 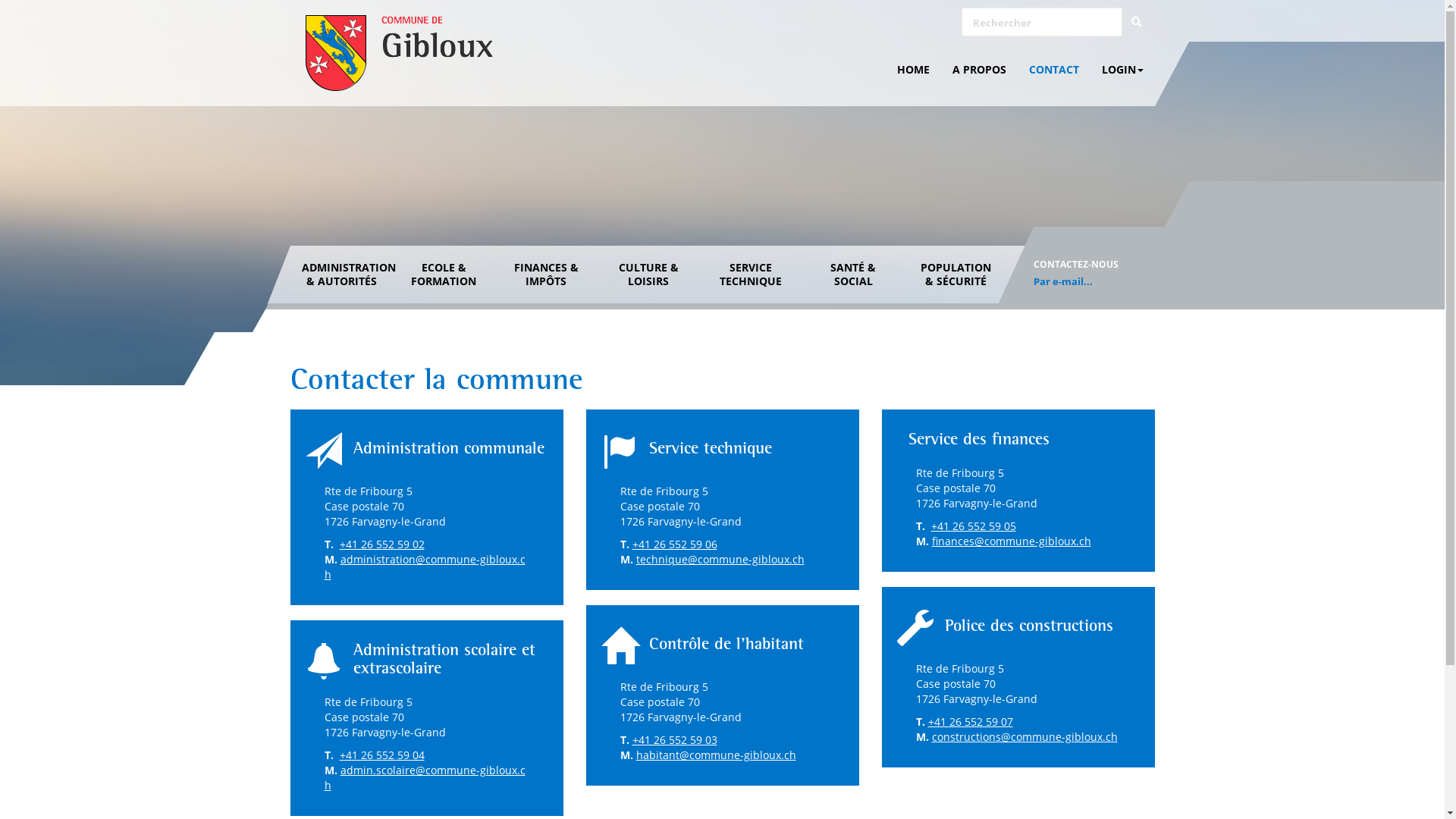 I want to click on 'constructions@commune-gibloux.ch', so click(x=930, y=736).